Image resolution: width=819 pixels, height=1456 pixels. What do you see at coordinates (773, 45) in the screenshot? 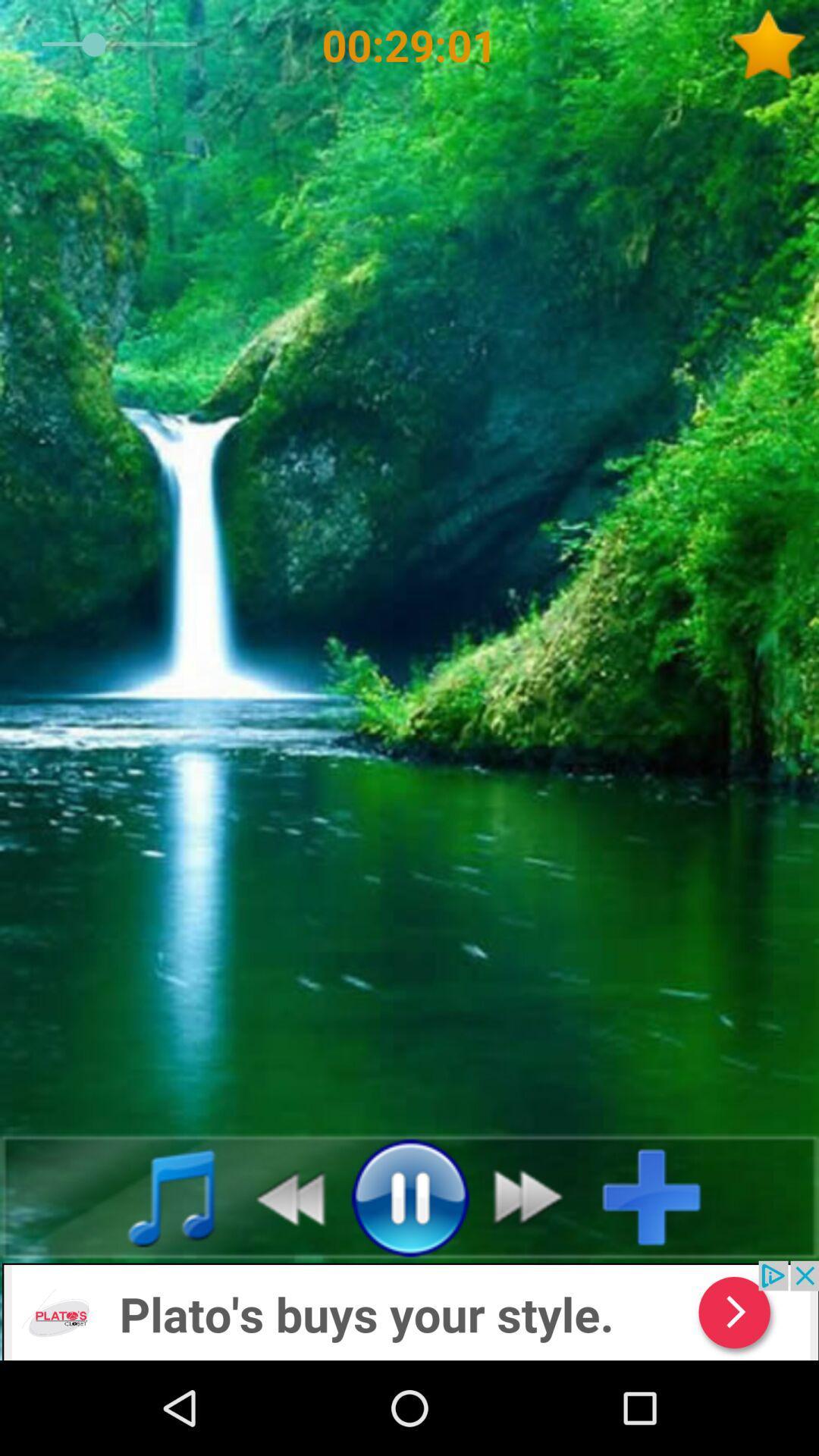
I see `star this picture` at bounding box center [773, 45].